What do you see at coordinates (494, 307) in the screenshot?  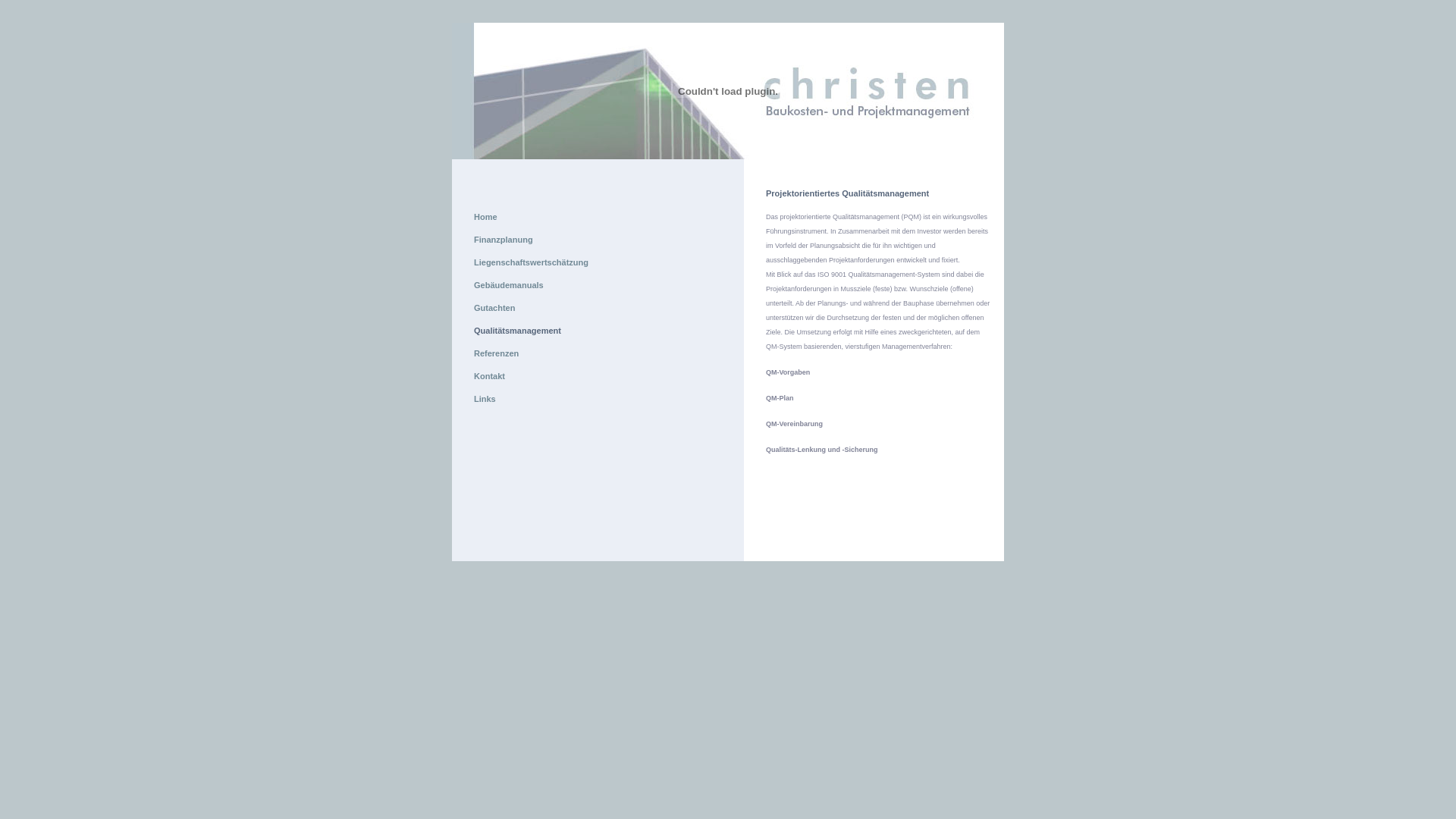 I see `'Gutachten'` at bounding box center [494, 307].